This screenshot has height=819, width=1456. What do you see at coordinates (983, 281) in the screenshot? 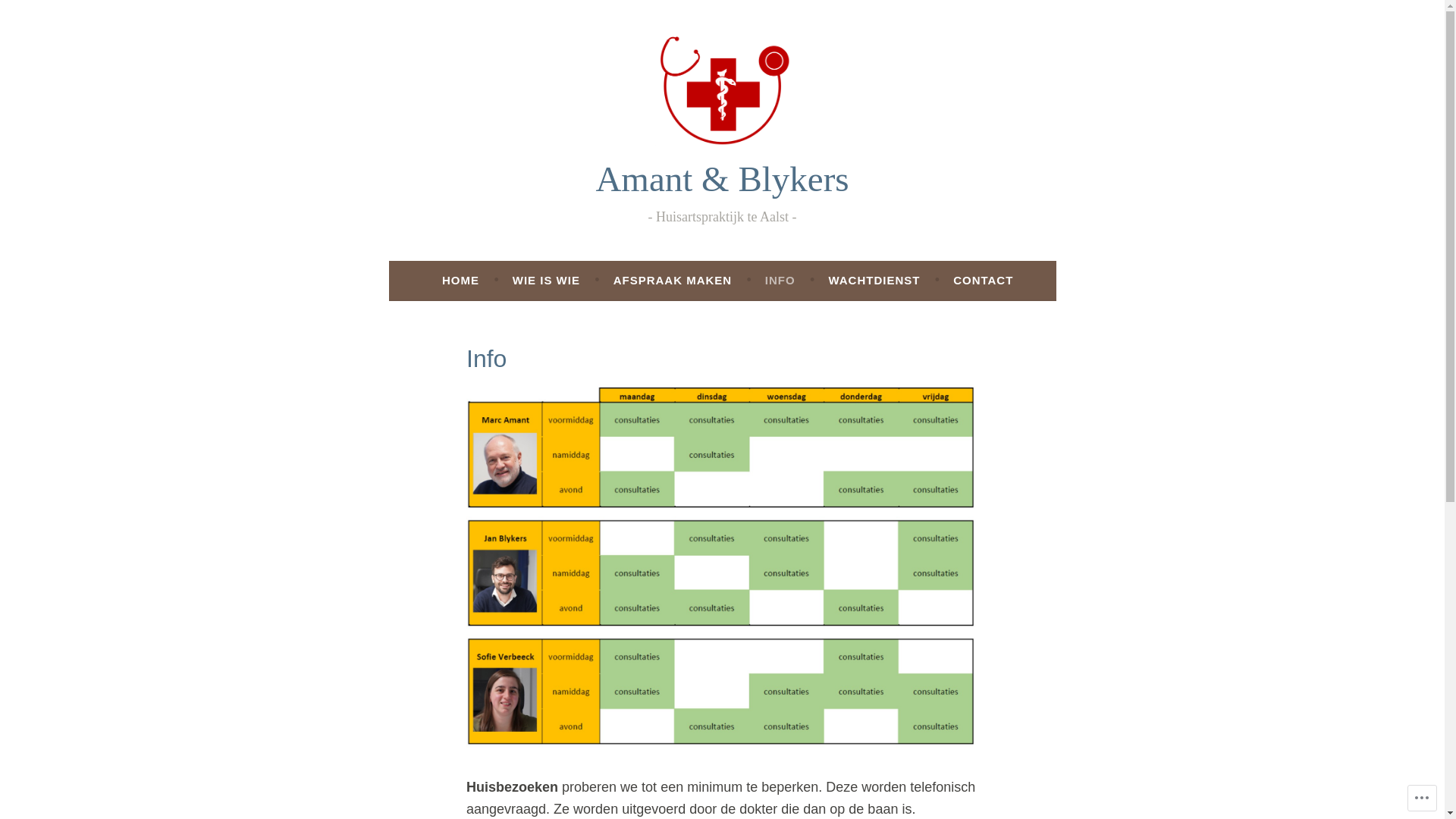
I see `'CONTACT'` at bounding box center [983, 281].